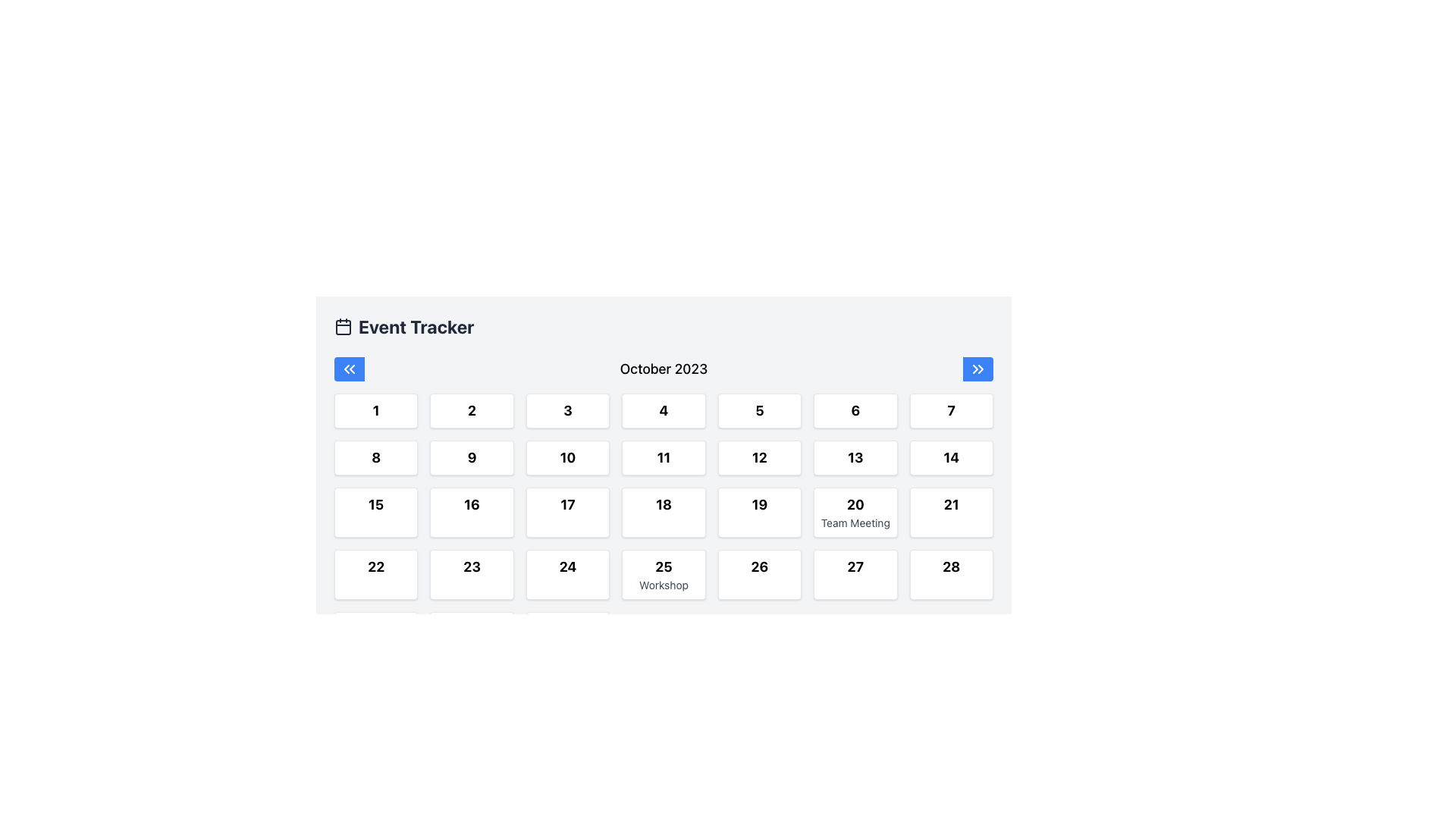 This screenshot has height=819, width=1456. What do you see at coordinates (664, 584) in the screenshot?
I see `the text label displaying 'Workshop' in grayish color located below the number '25' in the calendar cell for October 25, 2023` at bounding box center [664, 584].